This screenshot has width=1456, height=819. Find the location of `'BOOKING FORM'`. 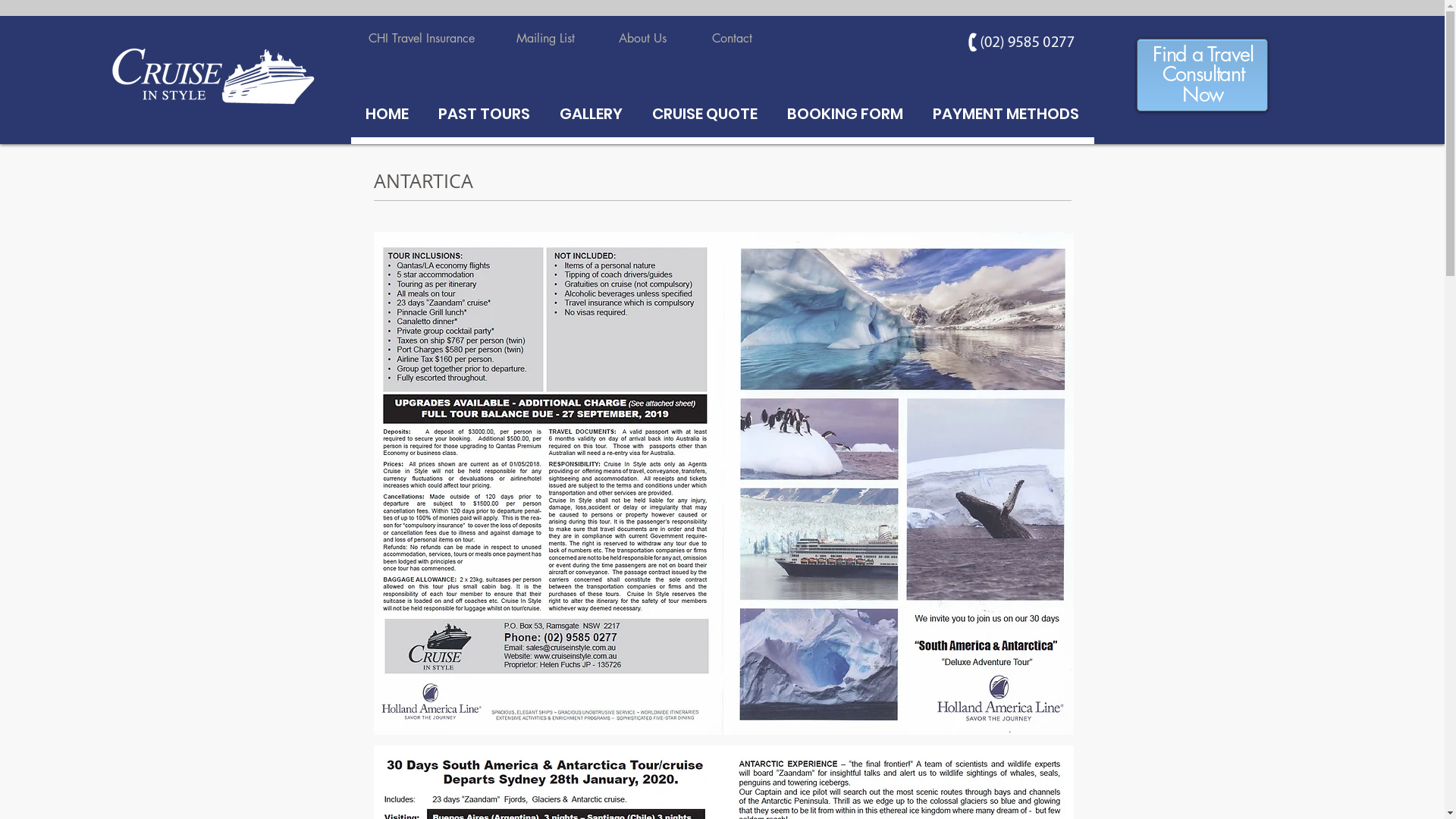

'BOOKING FORM' is located at coordinates (843, 113).